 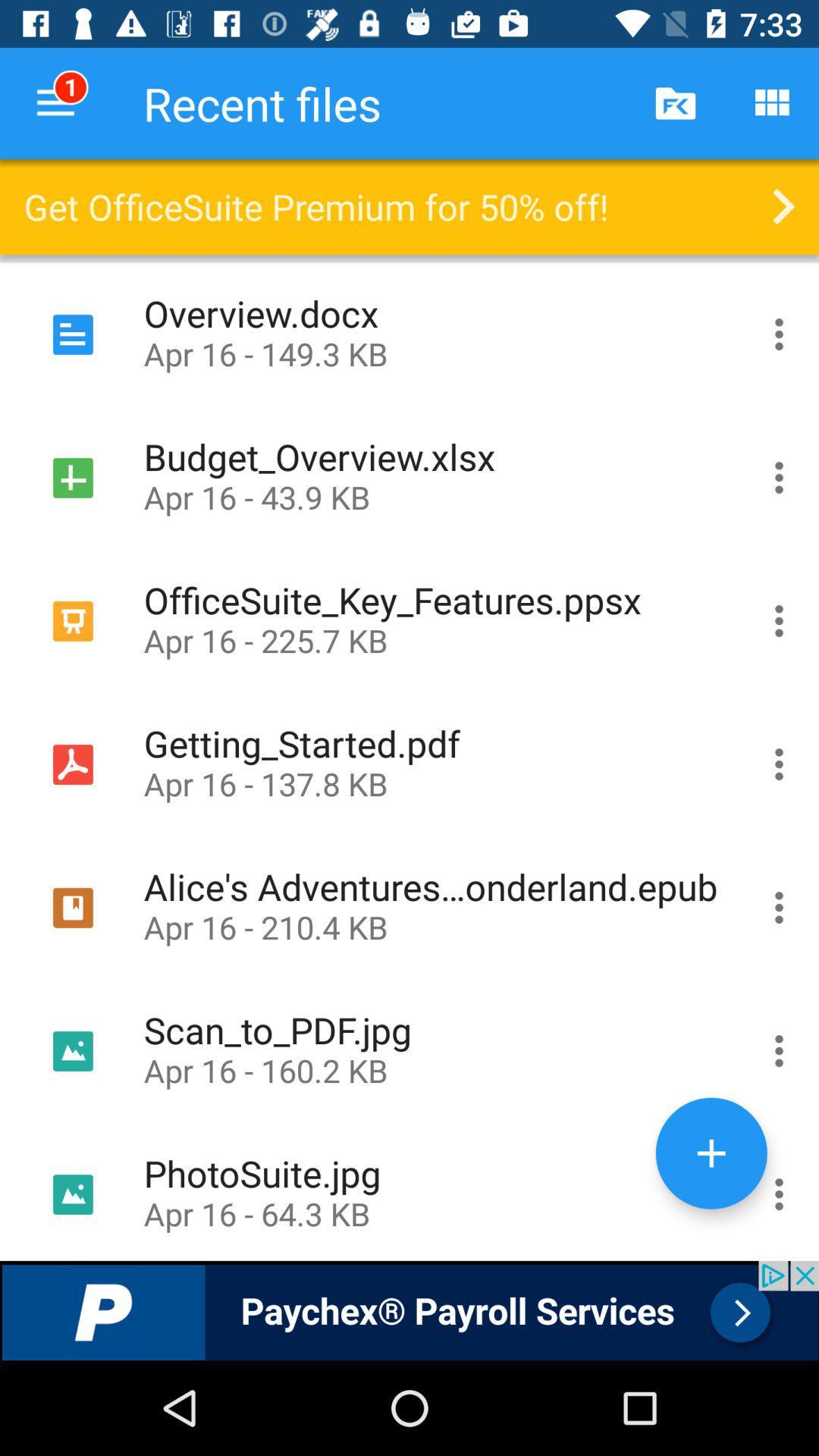 What do you see at coordinates (711, 1153) in the screenshot?
I see `more` at bounding box center [711, 1153].